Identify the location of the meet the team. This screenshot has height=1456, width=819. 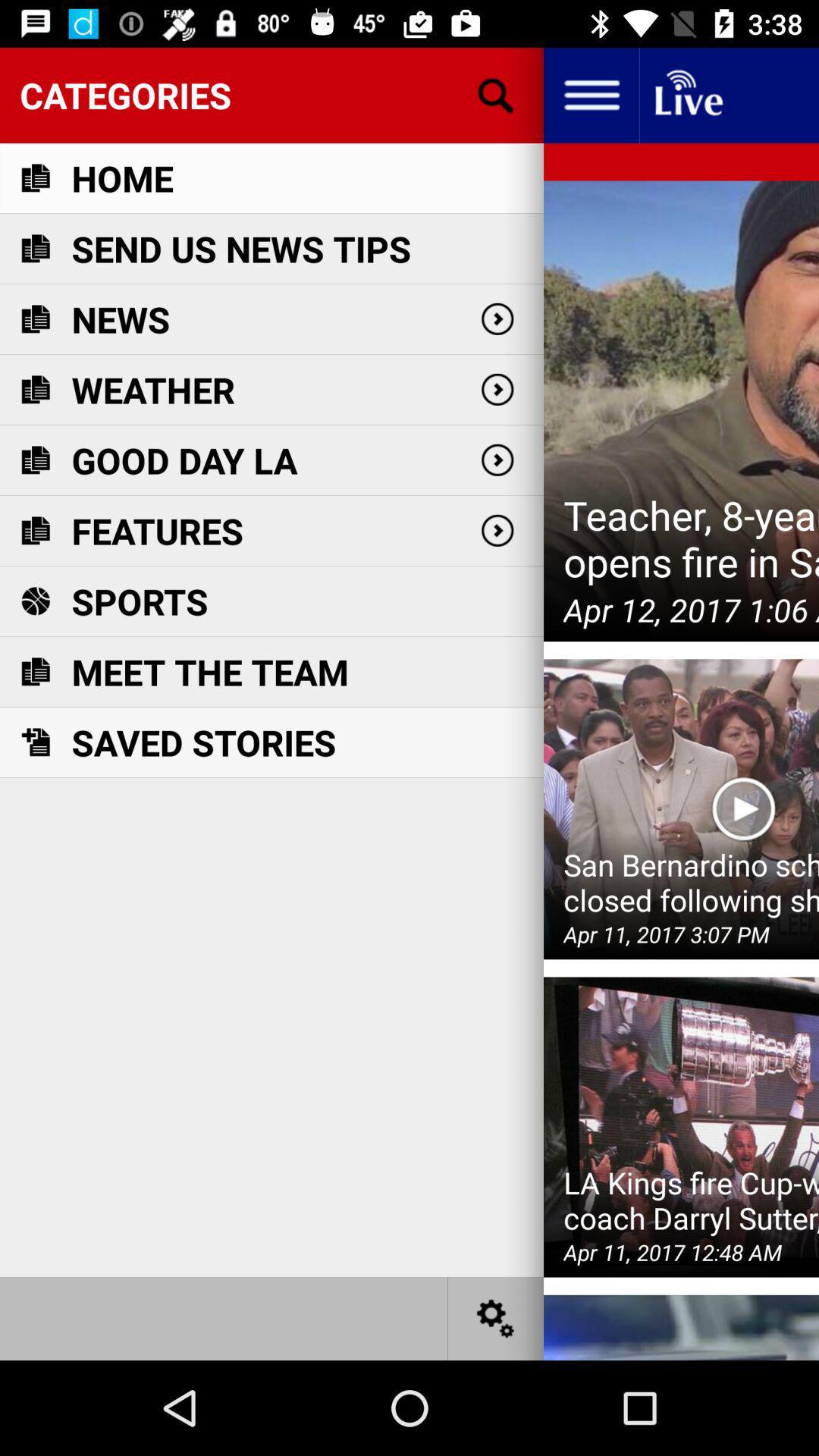
(210, 671).